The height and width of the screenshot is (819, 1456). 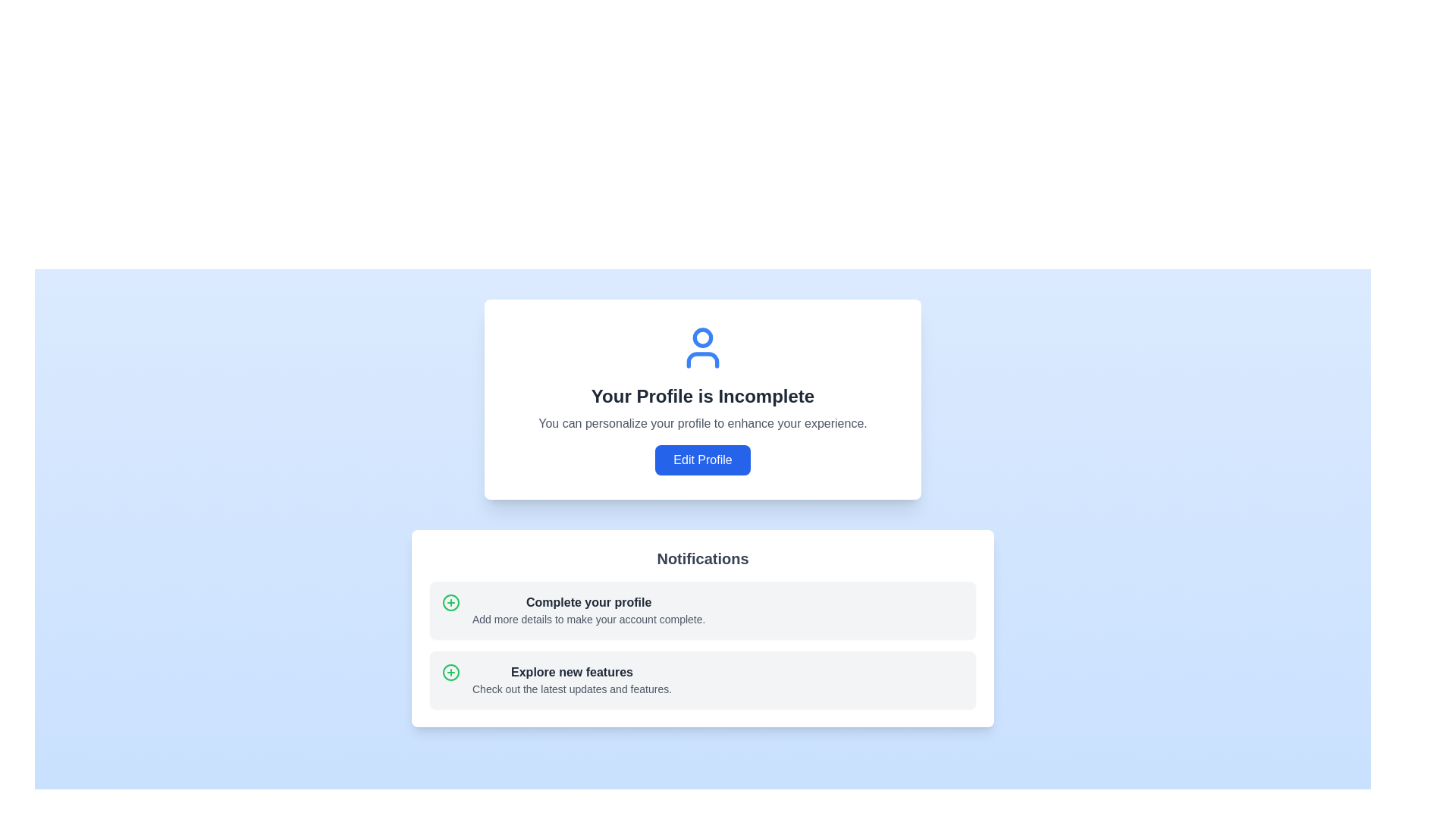 What do you see at coordinates (588, 601) in the screenshot?
I see `the bold title text label that guides users to complete their profile information, located in the 'Notifications' section` at bounding box center [588, 601].